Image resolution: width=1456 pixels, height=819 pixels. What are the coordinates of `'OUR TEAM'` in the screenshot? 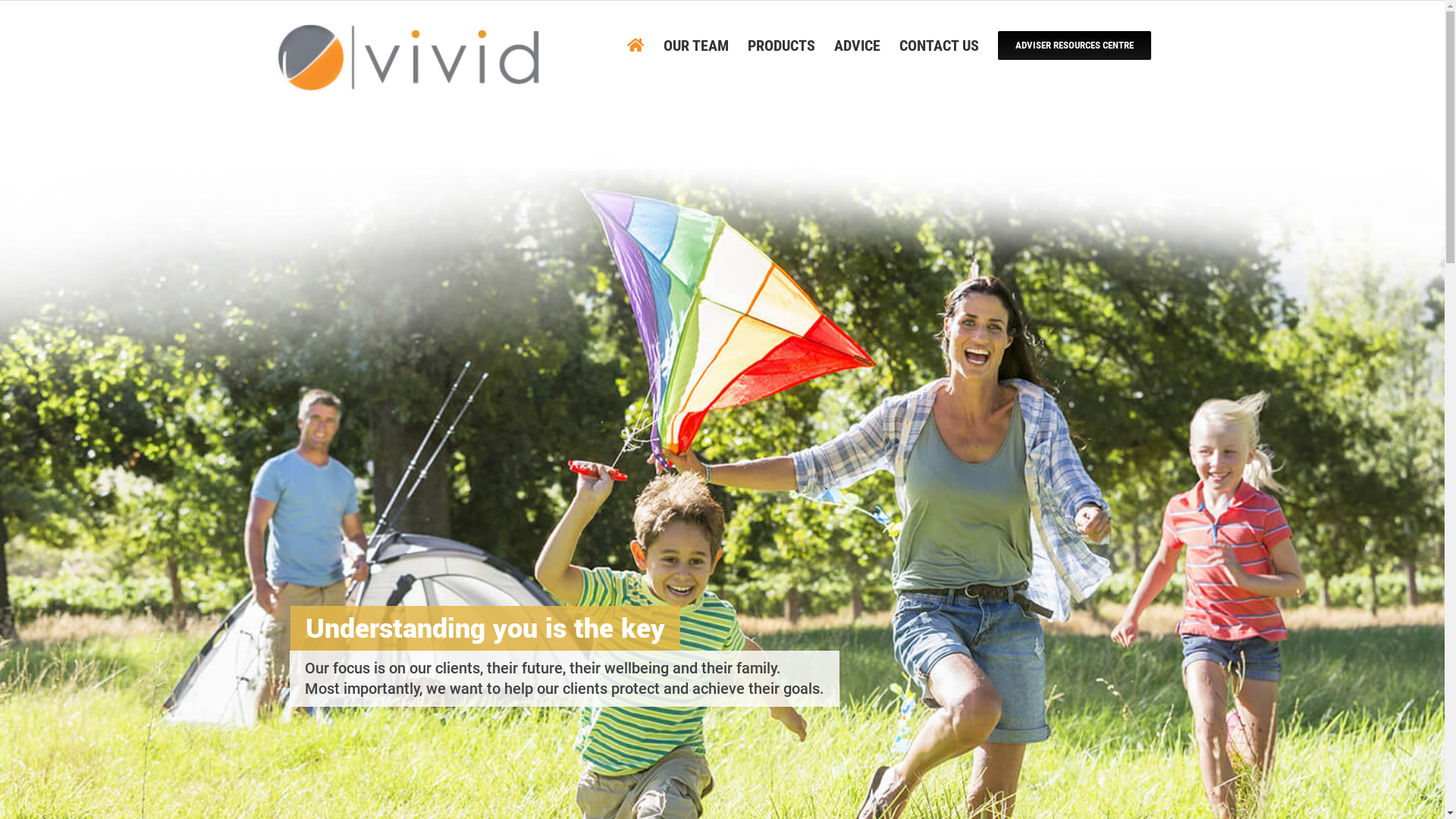 It's located at (662, 45).